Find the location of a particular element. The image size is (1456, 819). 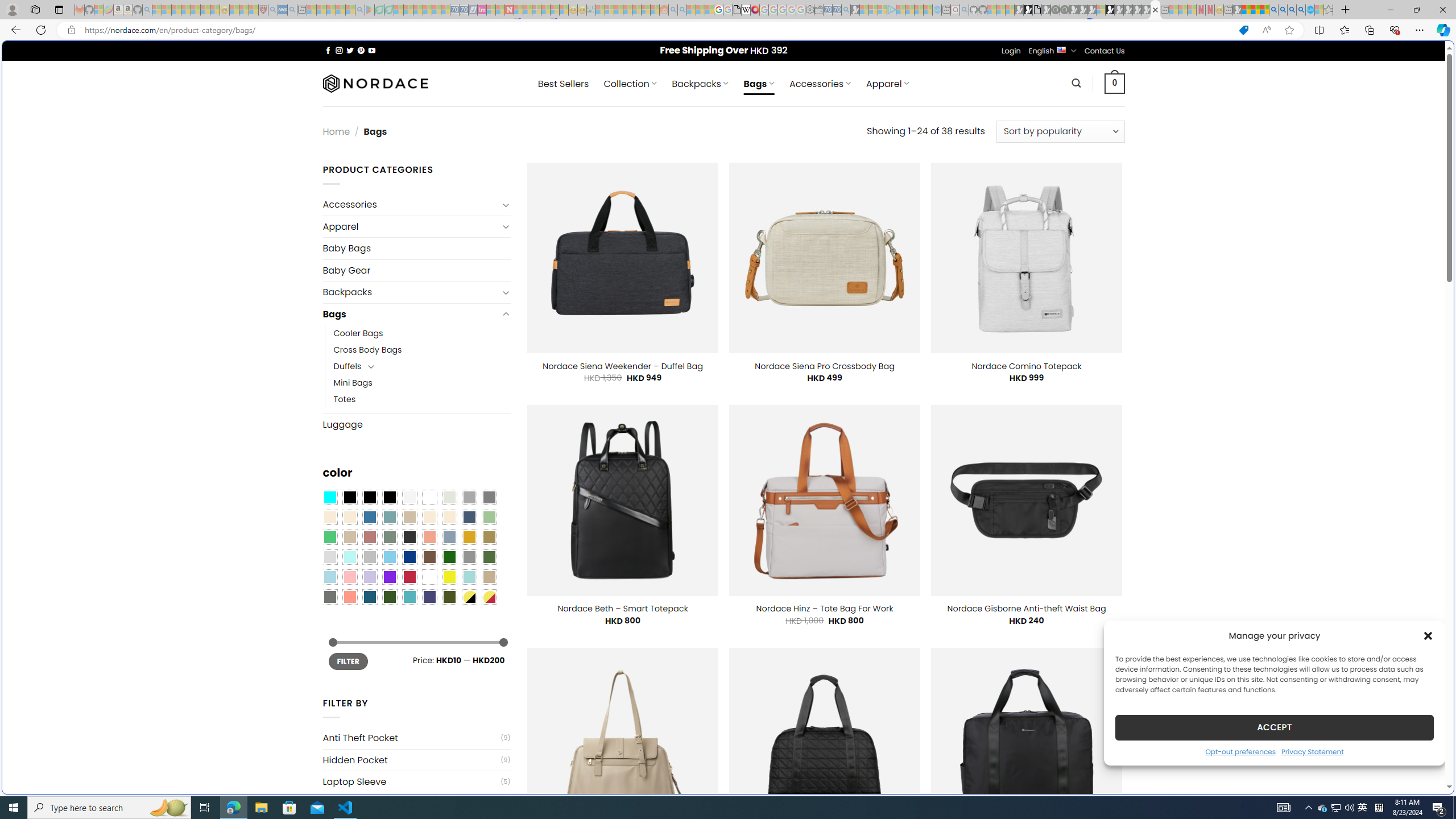

'Close split screen' is located at coordinates (1207, 57).